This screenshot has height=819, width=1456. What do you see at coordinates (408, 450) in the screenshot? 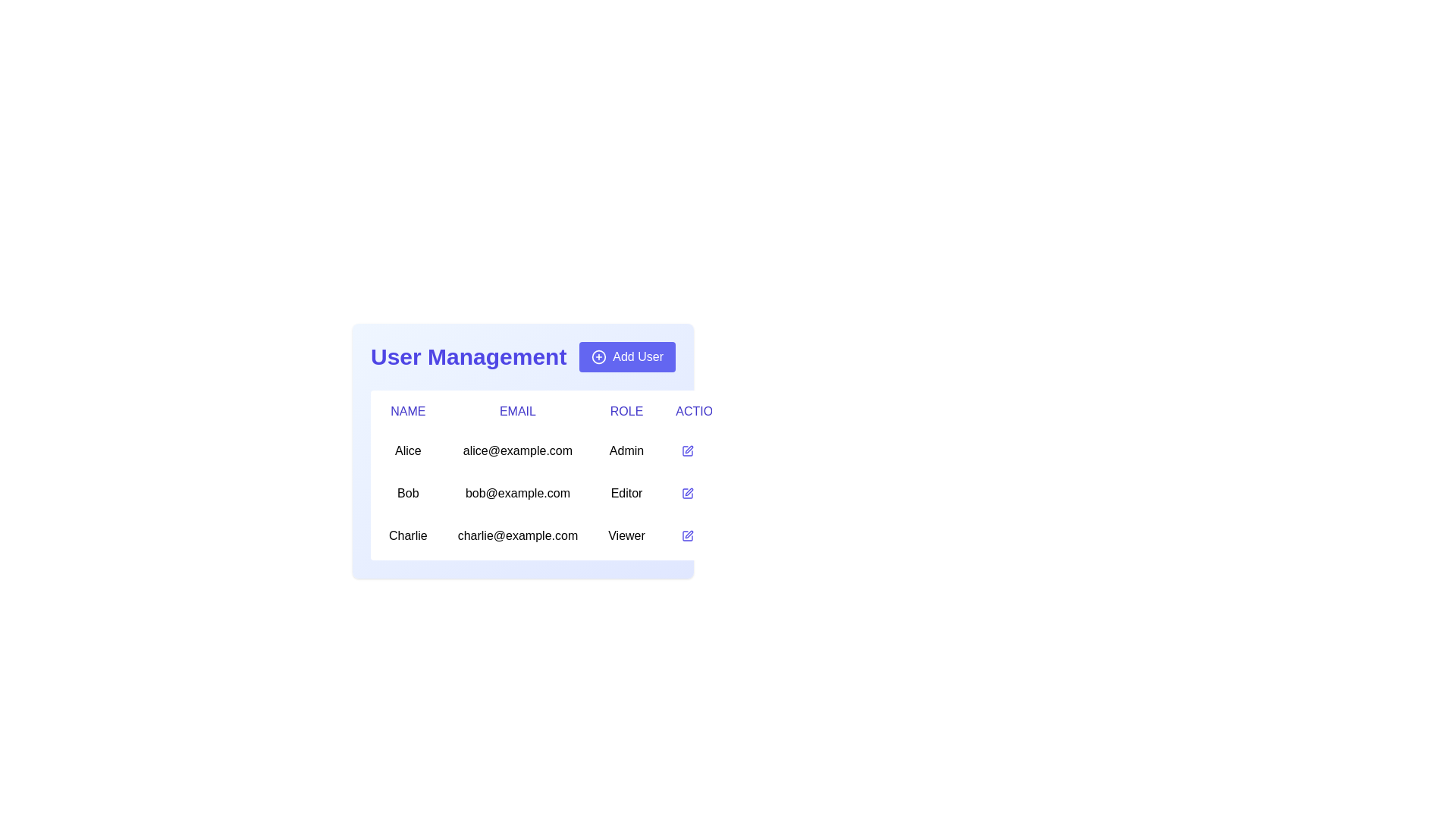
I see `the text label displaying the name 'Alice' in the user management interface, which is located in the first column under the 'NAME' header` at bounding box center [408, 450].